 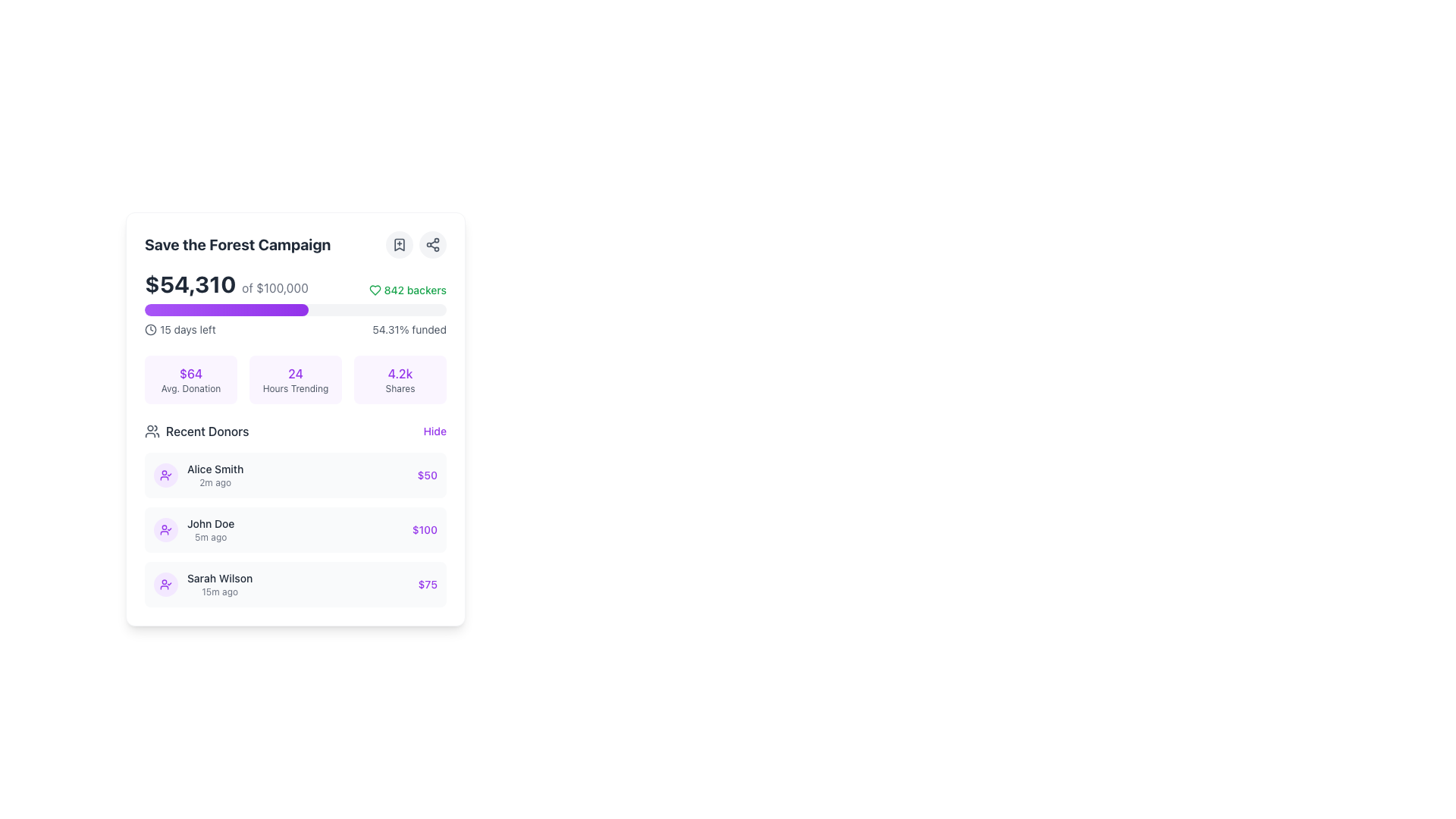 I want to click on the icon representing the recent donor's successful donation completion in the 'Recent Donors' list under the 'Save the Forest Campaign', so click(x=198, y=475).